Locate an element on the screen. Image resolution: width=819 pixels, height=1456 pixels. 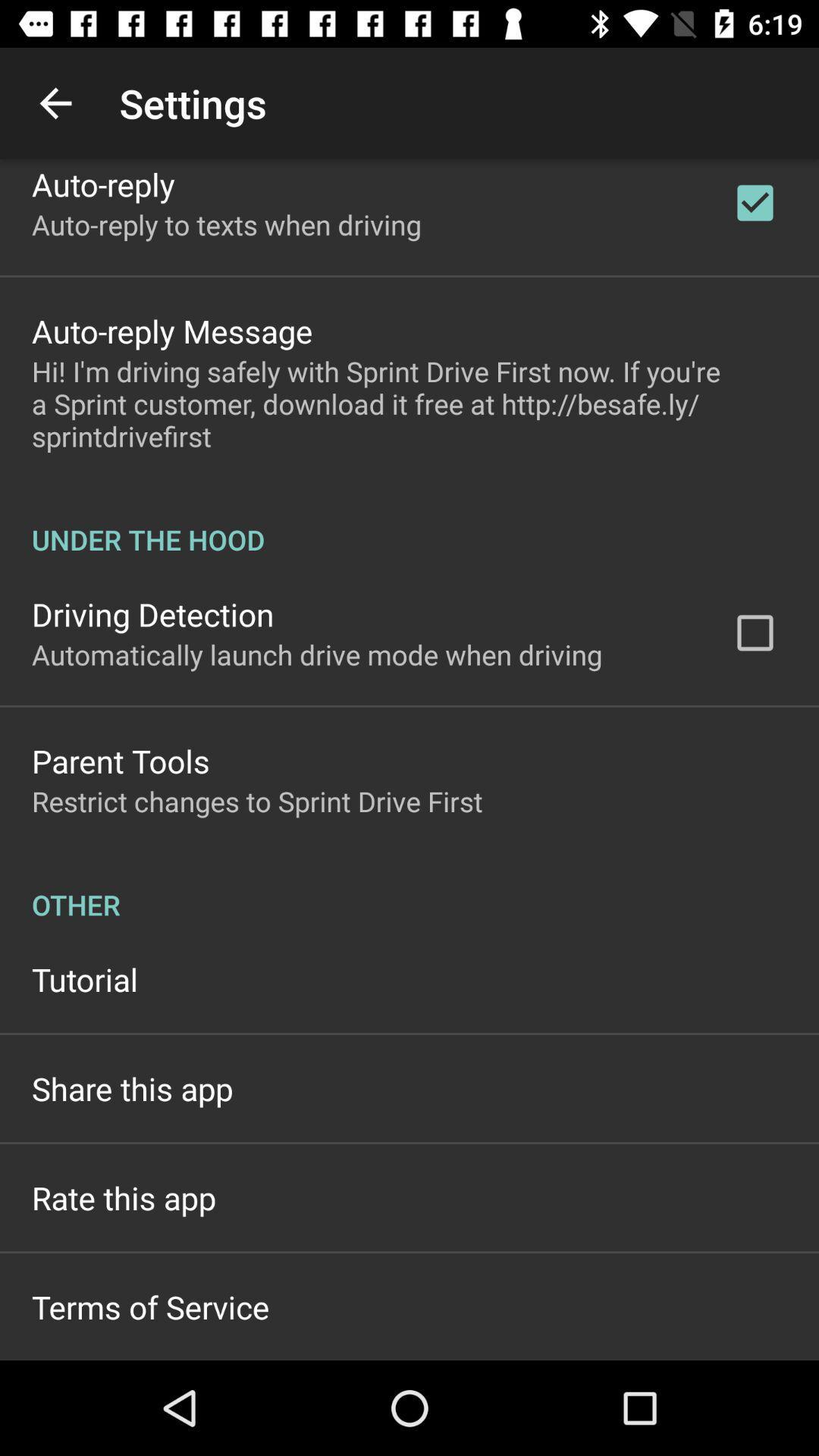
the terms of service item is located at coordinates (150, 1306).